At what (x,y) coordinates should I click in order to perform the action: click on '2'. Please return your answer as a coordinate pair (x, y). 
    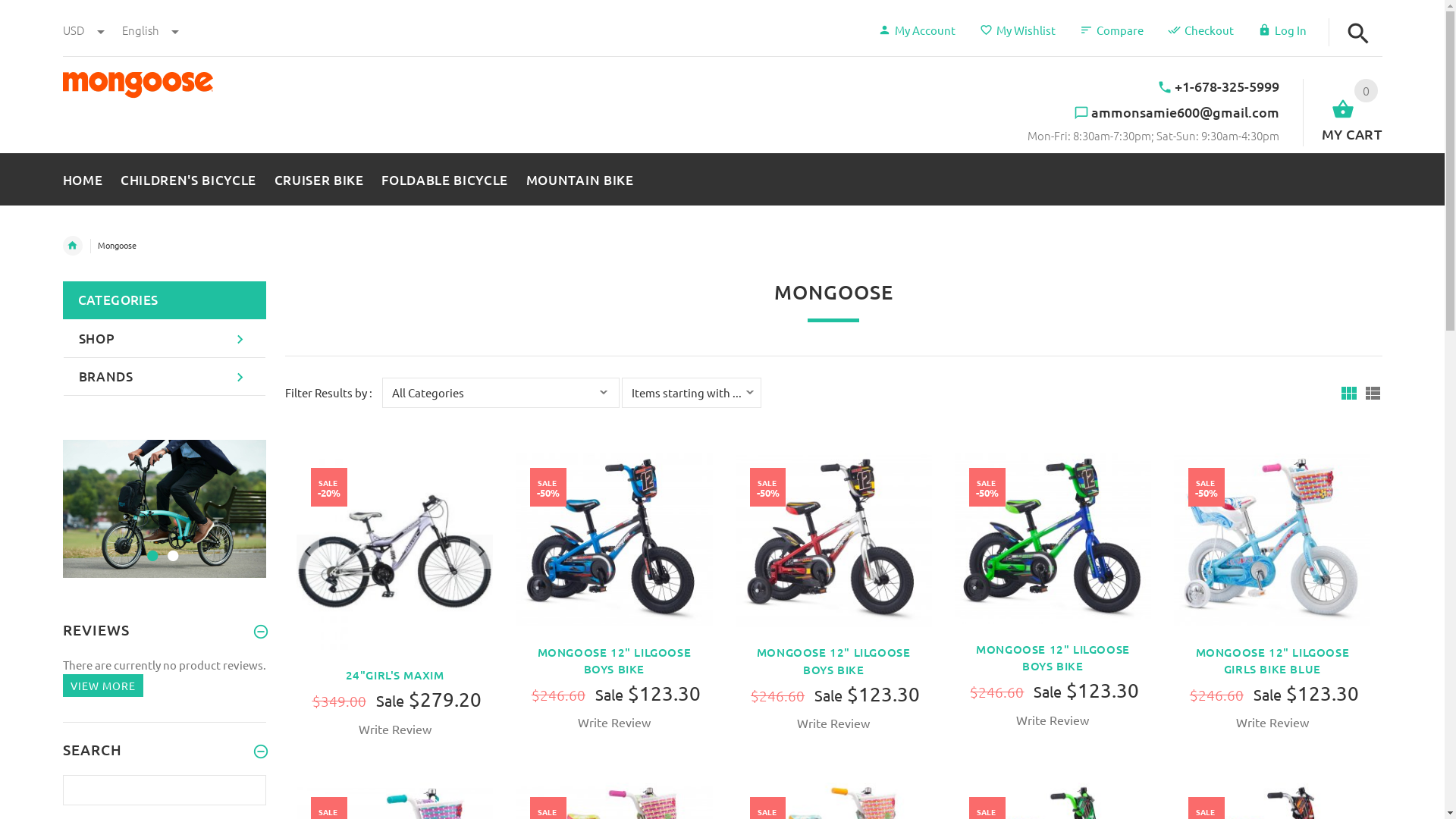
    Looking at the image, I should click on (171, 546).